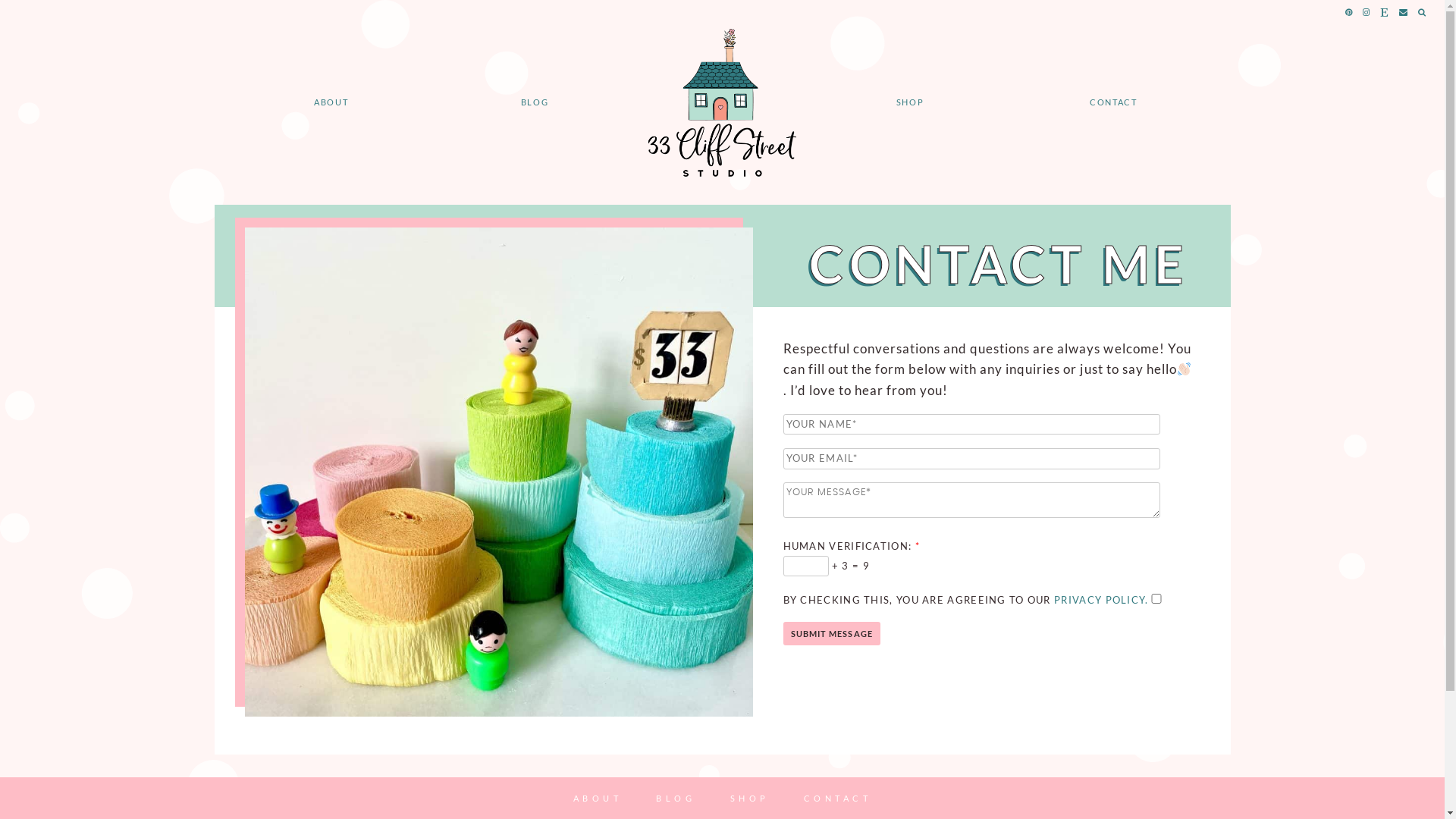  Describe the element at coordinates (1403, 12) in the screenshot. I see `'email icon'` at that location.